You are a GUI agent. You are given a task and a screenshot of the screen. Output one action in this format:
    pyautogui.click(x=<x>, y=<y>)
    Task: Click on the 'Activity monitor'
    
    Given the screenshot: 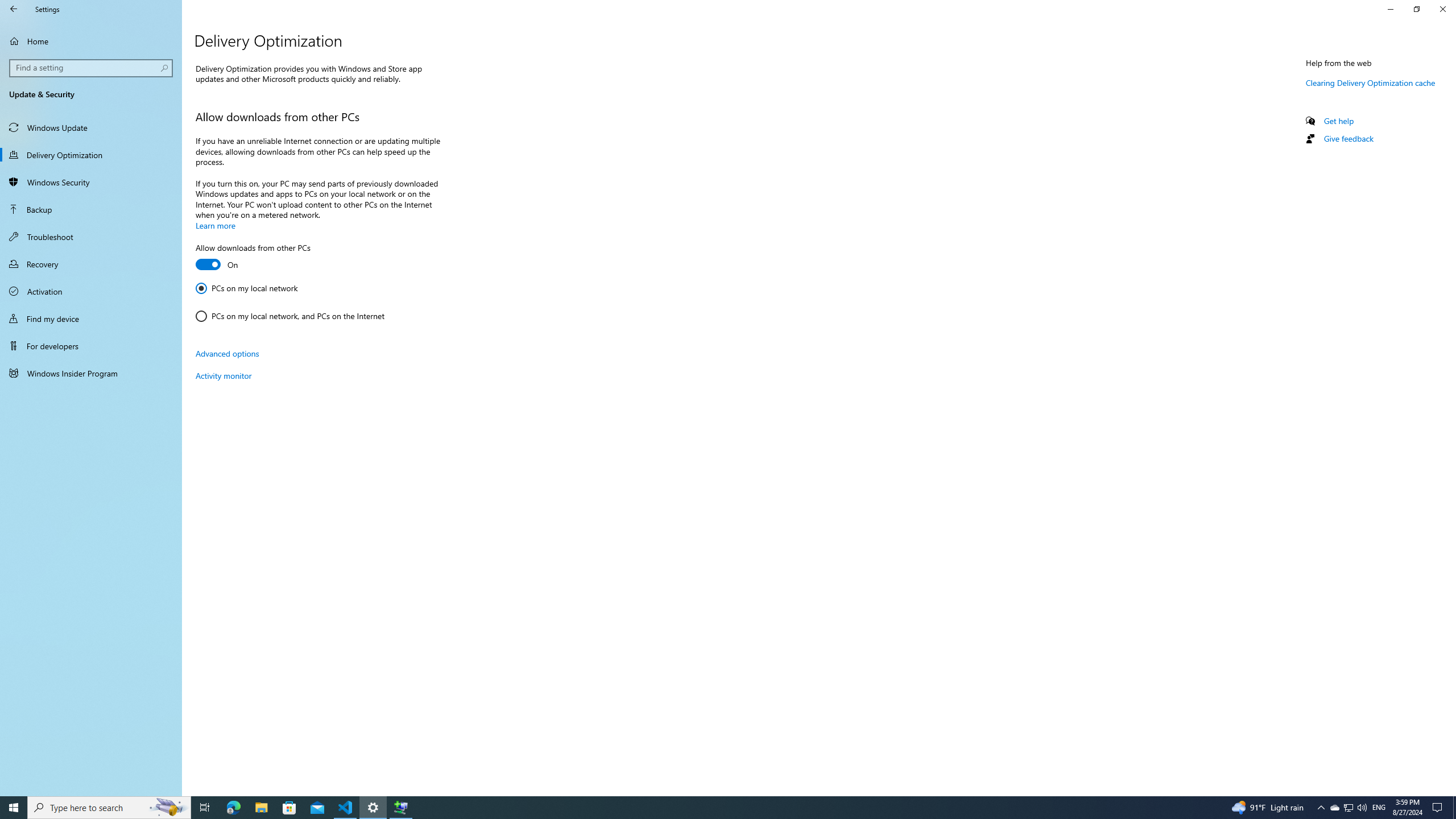 What is the action you would take?
    pyautogui.click(x=222, y=375)
    